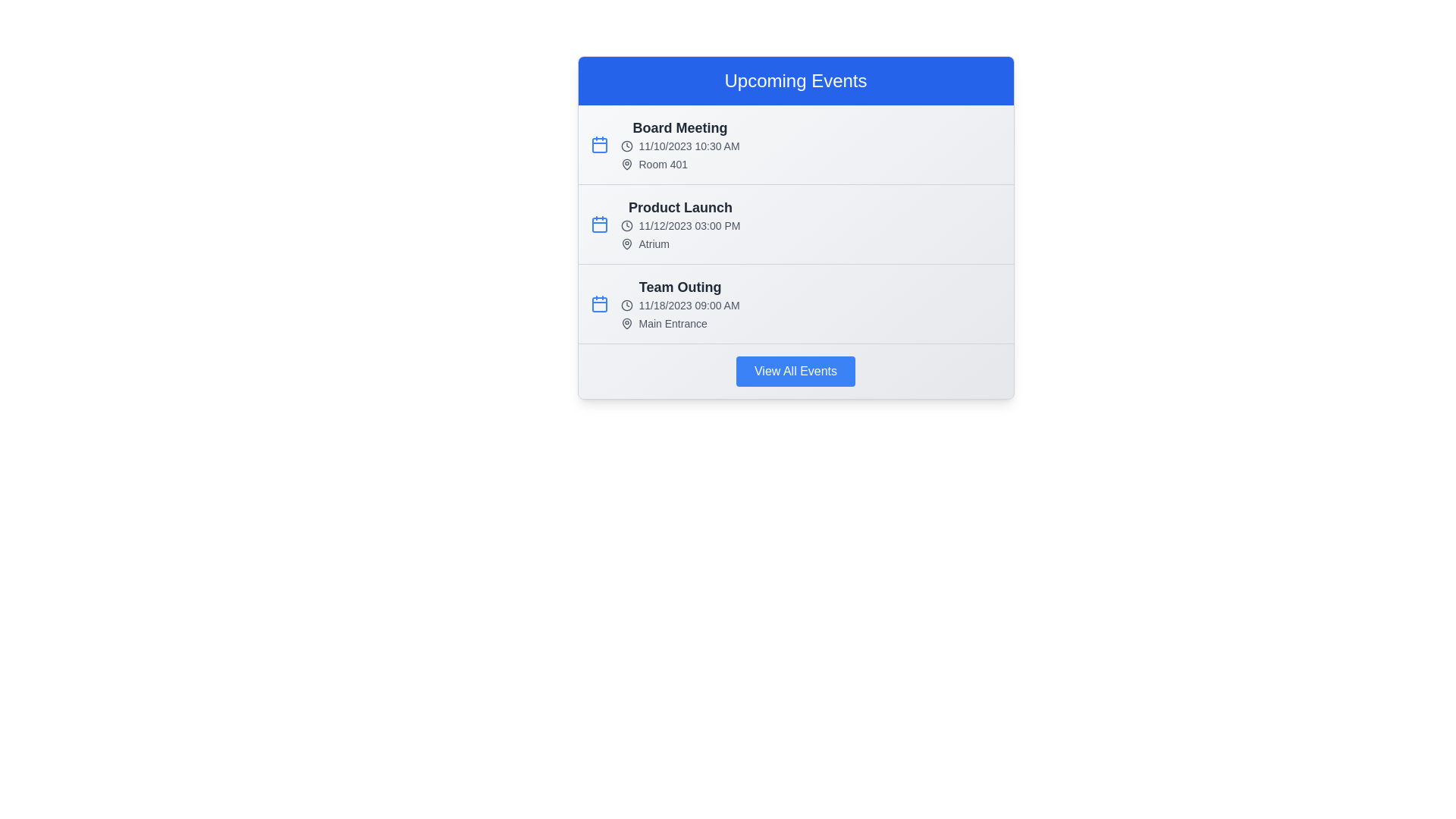 The image size is (1456, 819). What do you see at coordinates (598, 146) in the screenshot?
I see `the decorative graphic element that is part of the calendar icon, located to the left of the 'Board Meeting' event entry` at bounding box center [598, 146].